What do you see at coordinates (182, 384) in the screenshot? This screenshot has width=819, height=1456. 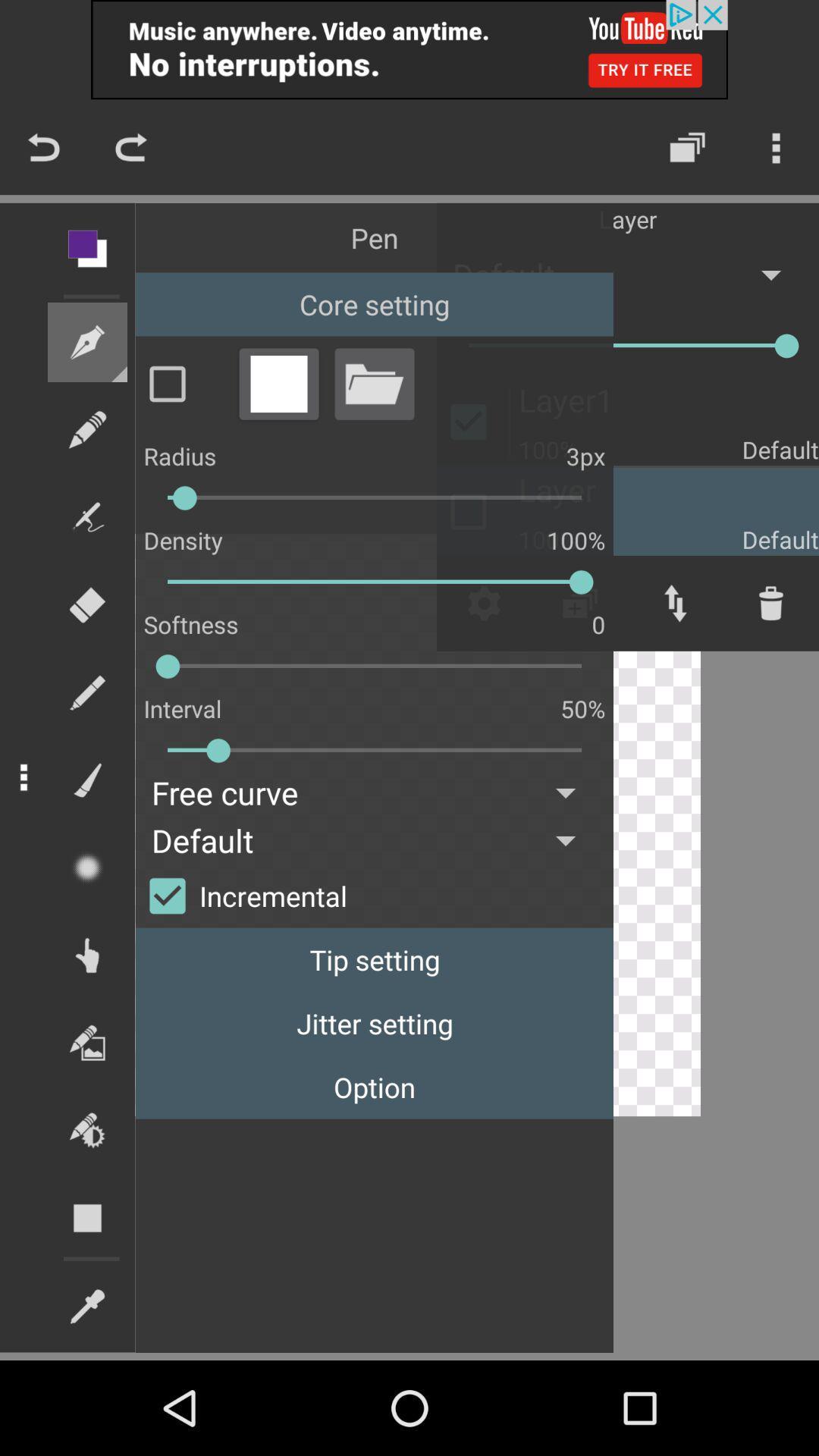 I see `confirm settings` at bounding box center [182, 384].